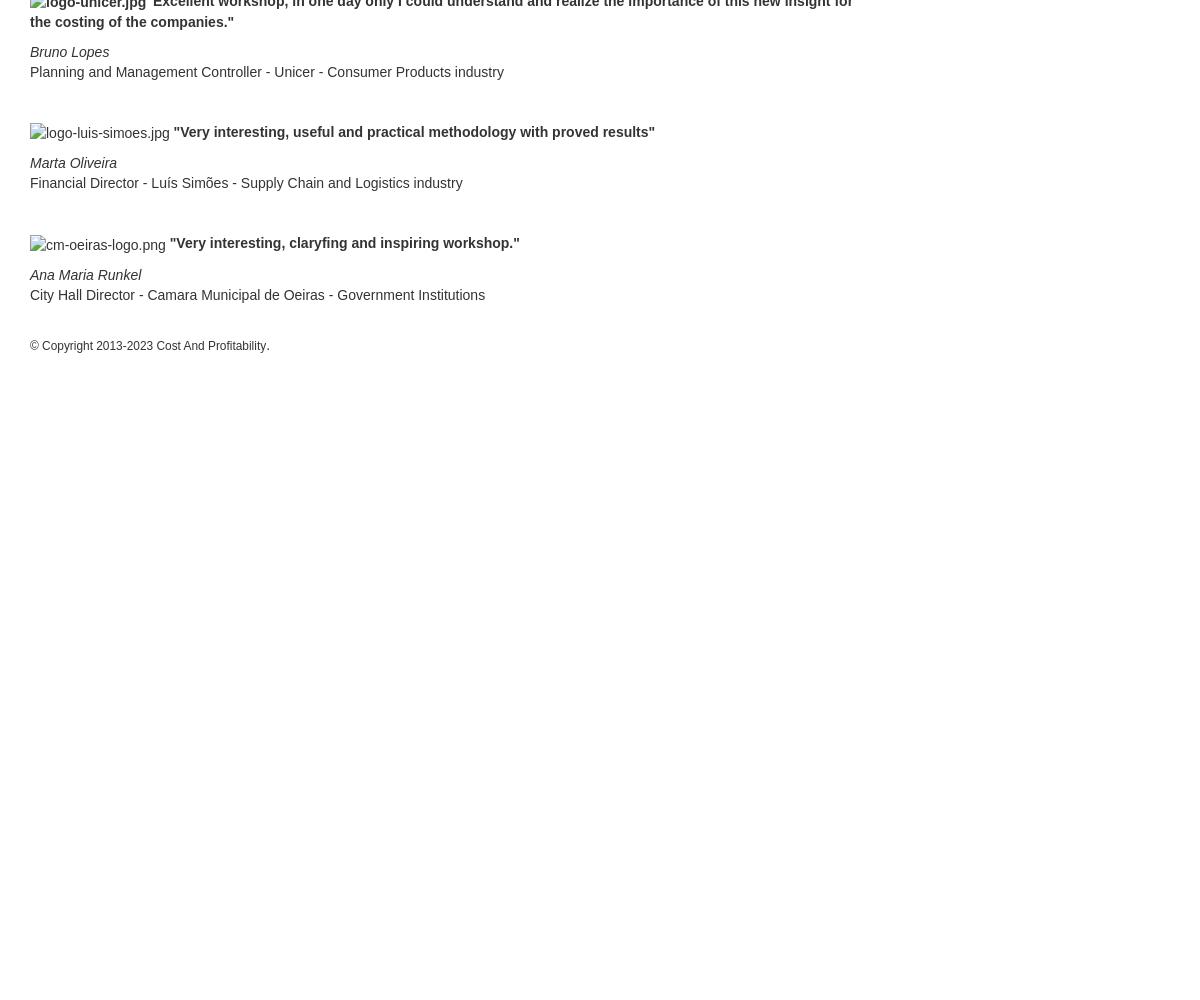 This screenshot has width=1200, height=1000. Describe the element at coordinates (73, 163) in the screenshot. I see `'Marta Oliveira'` at that location.